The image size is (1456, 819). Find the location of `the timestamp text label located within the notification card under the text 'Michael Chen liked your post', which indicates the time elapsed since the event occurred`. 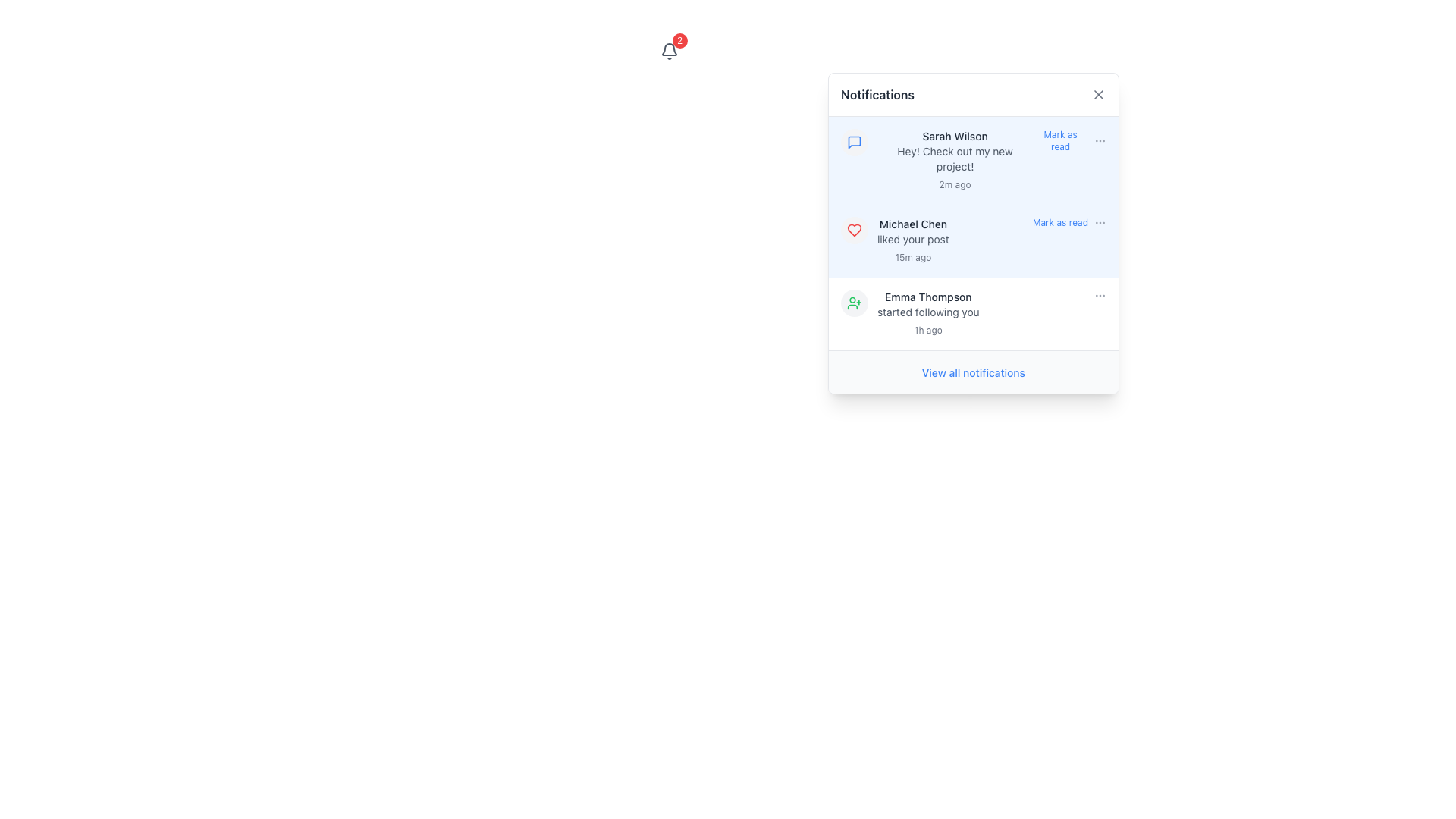

the timestamp text label located within the notification card under the text 'Michael Chen liked your post', which indicates the time elapsed since the event occurred is located at coordinates (912, 256).